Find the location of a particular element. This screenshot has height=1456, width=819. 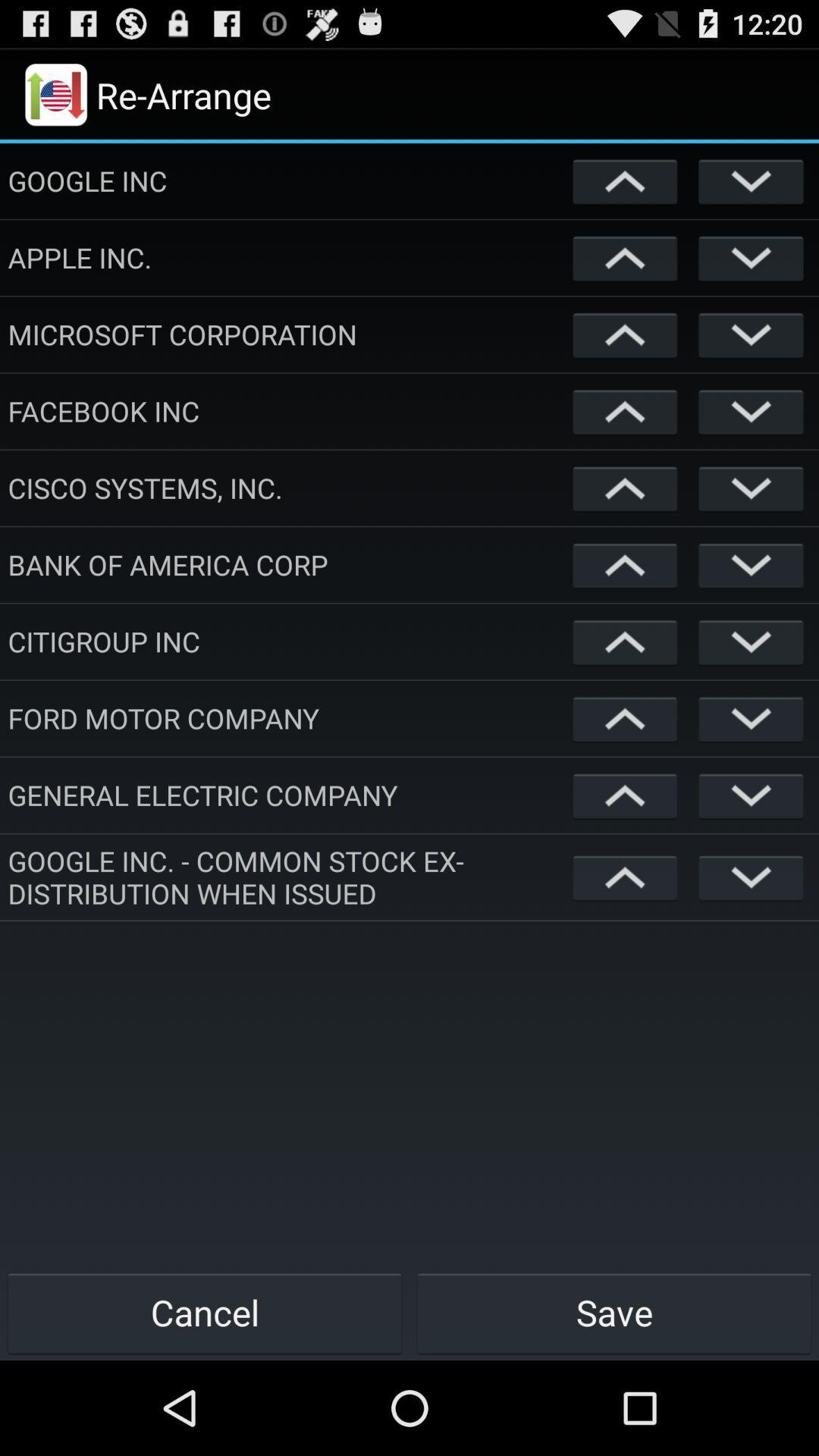

facebook inc app is located at coordinates (287, 411).